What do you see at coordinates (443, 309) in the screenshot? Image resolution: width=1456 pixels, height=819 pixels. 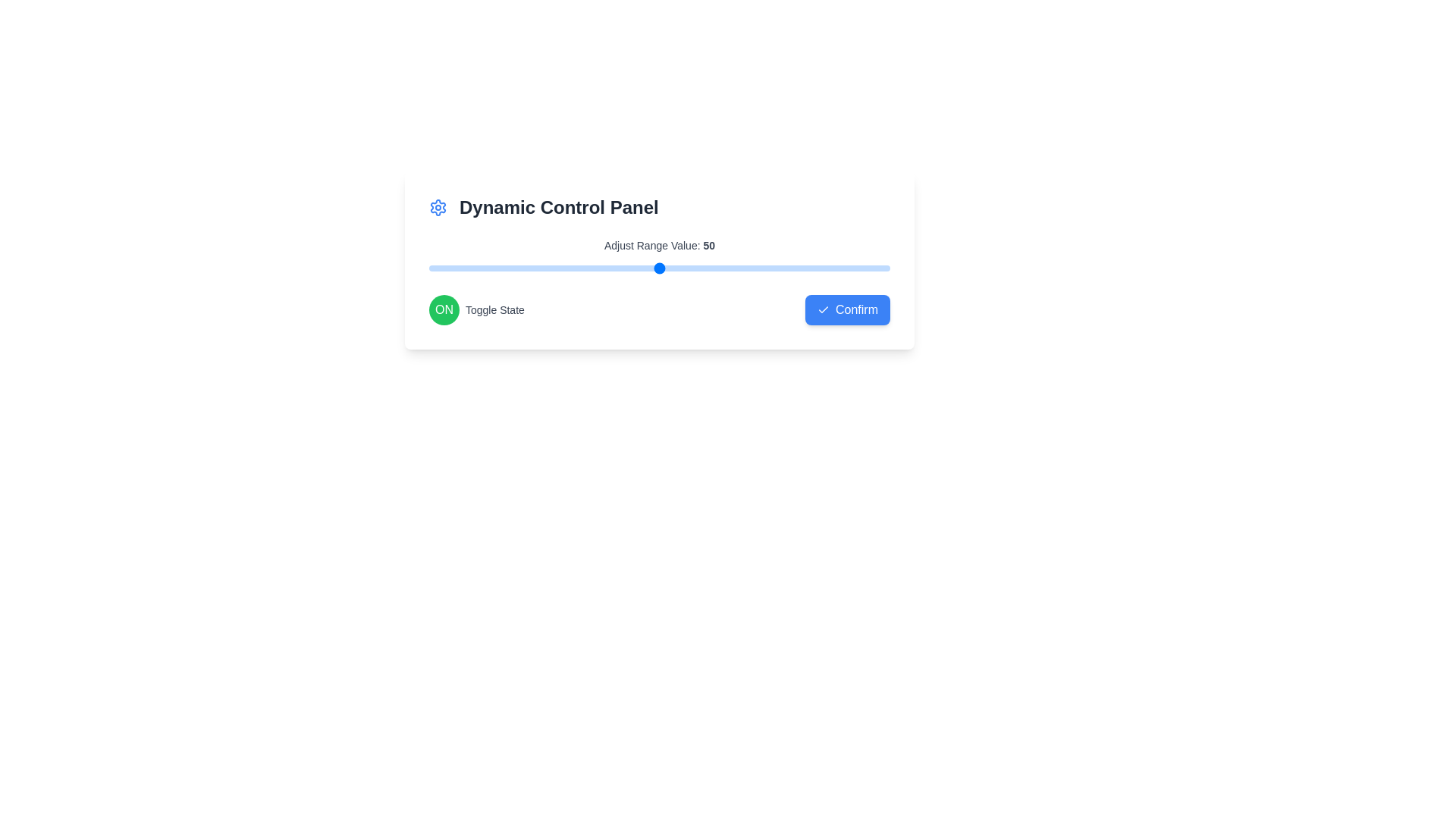 I see `the toggle button located in the lower left portion of the 'Dynamic Control Panel' card` at bounding box center [443, 309].